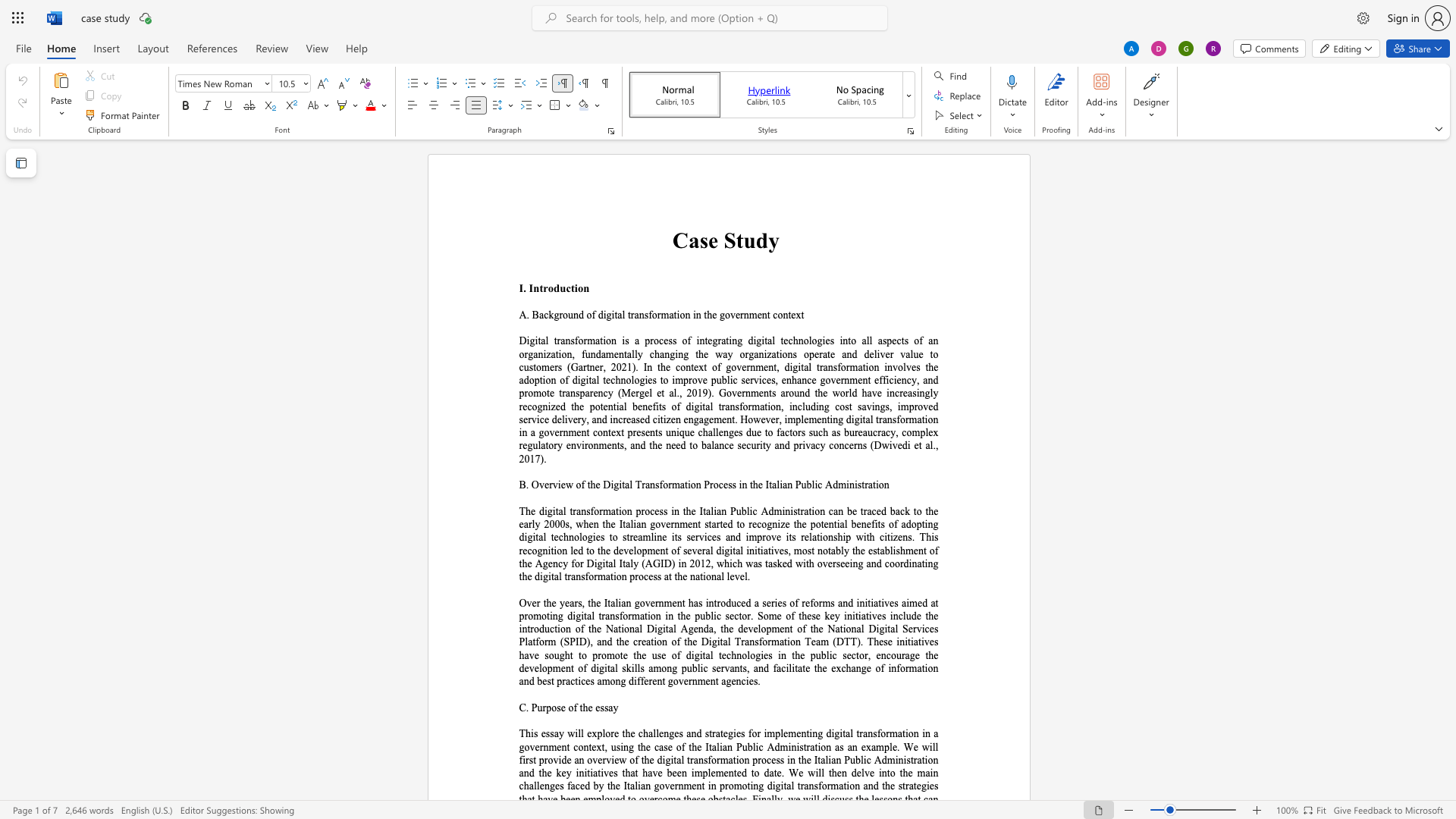  I want to click on the space between the continuous character "r" and "p" in the text, so click(546, 708).